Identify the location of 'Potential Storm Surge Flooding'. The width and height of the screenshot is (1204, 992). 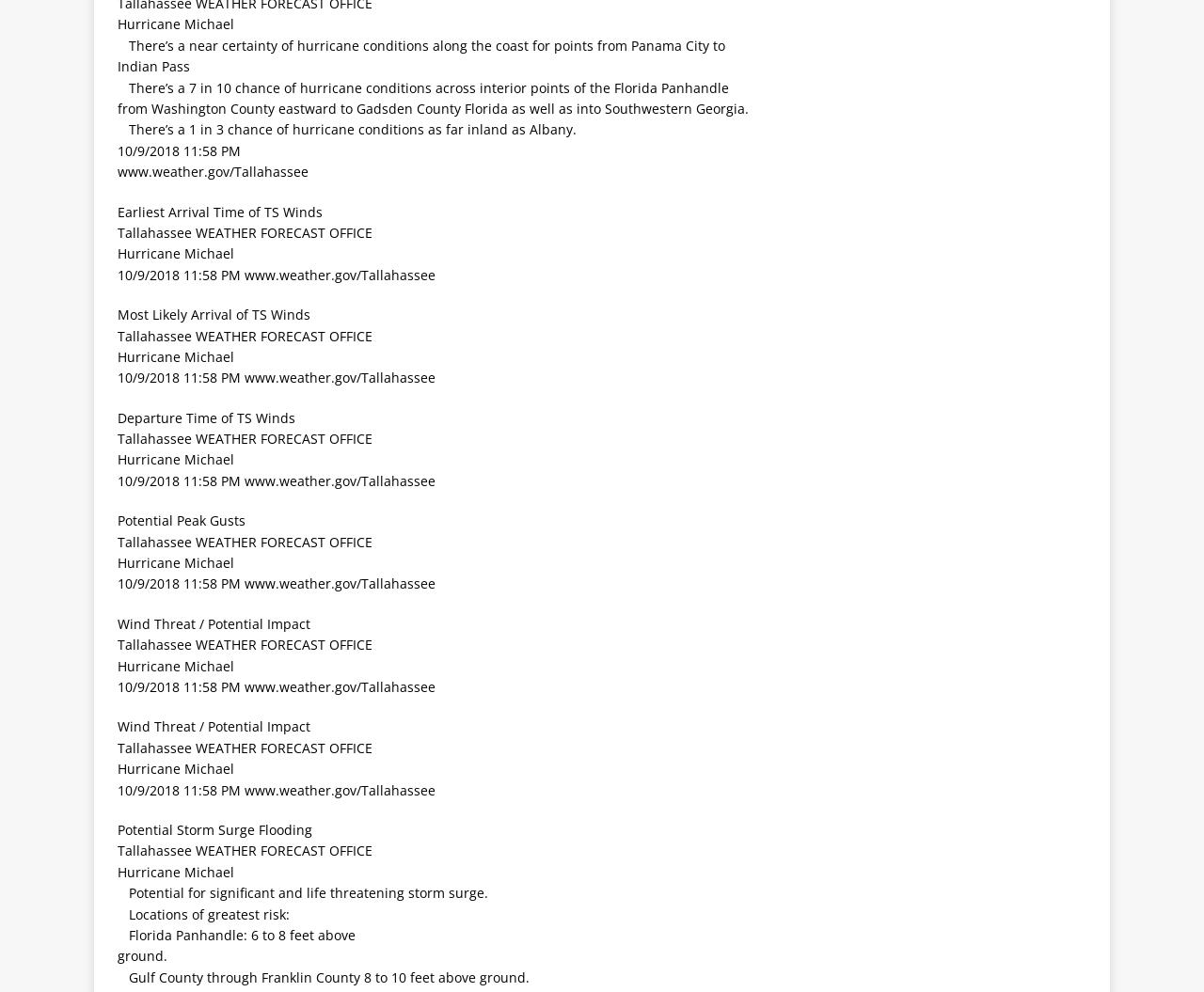
(214, 827).